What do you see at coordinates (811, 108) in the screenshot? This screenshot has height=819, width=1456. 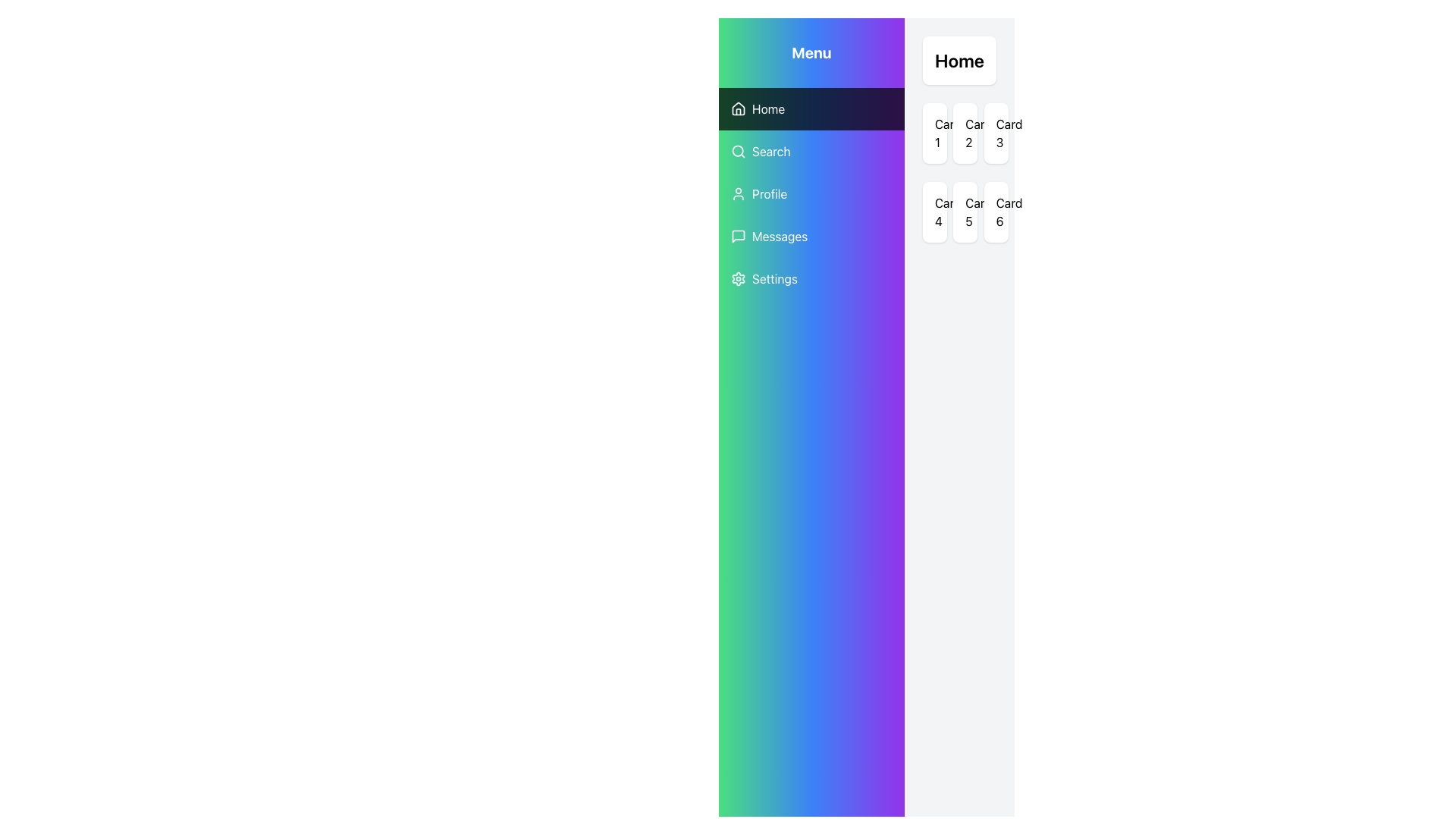 I see `the first menu item button in the left sidebar` at bounding box center [811, 108].